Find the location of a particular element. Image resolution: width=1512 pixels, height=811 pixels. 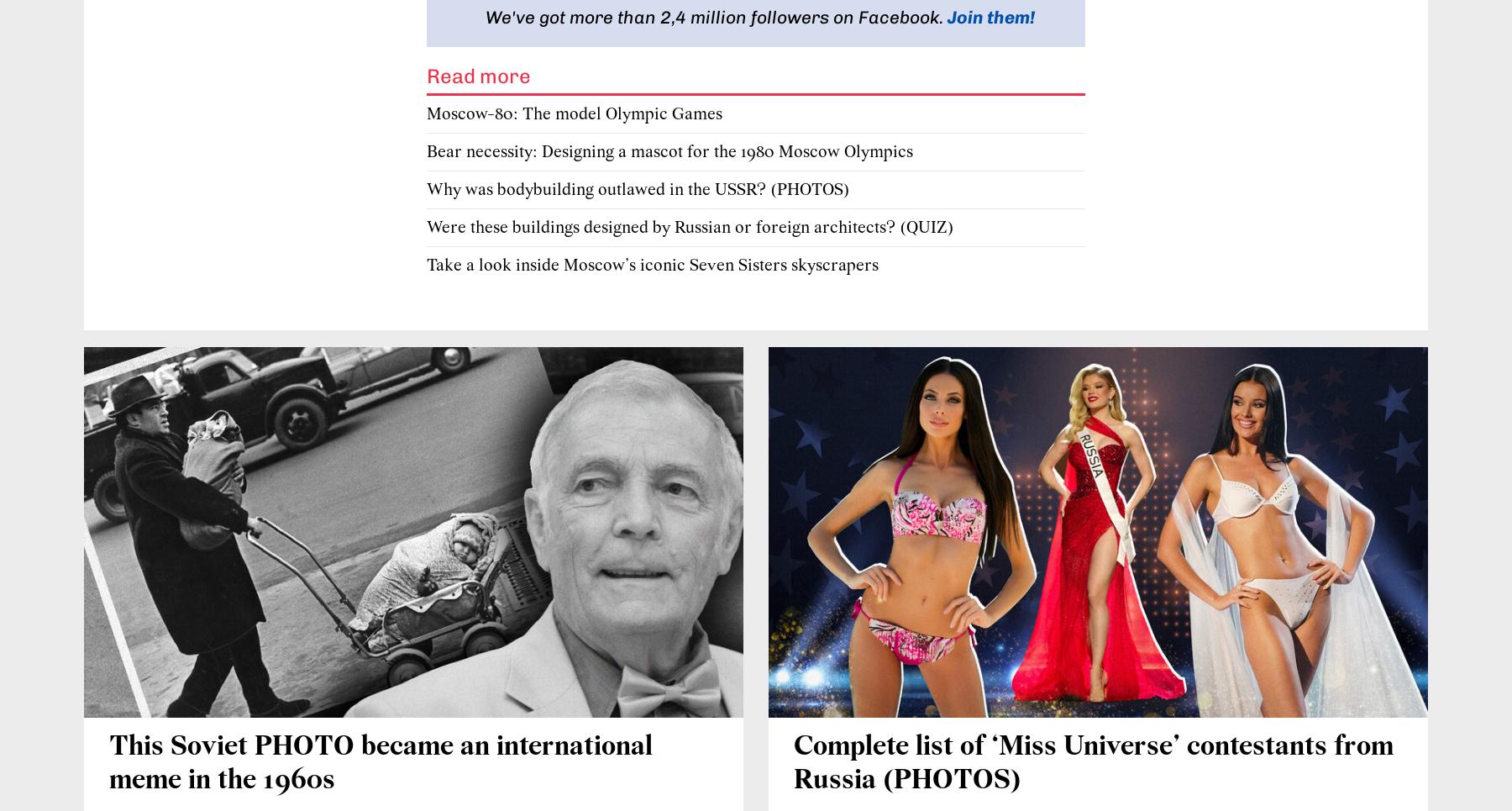

'Join them!' is located at coordinates (990, 15).